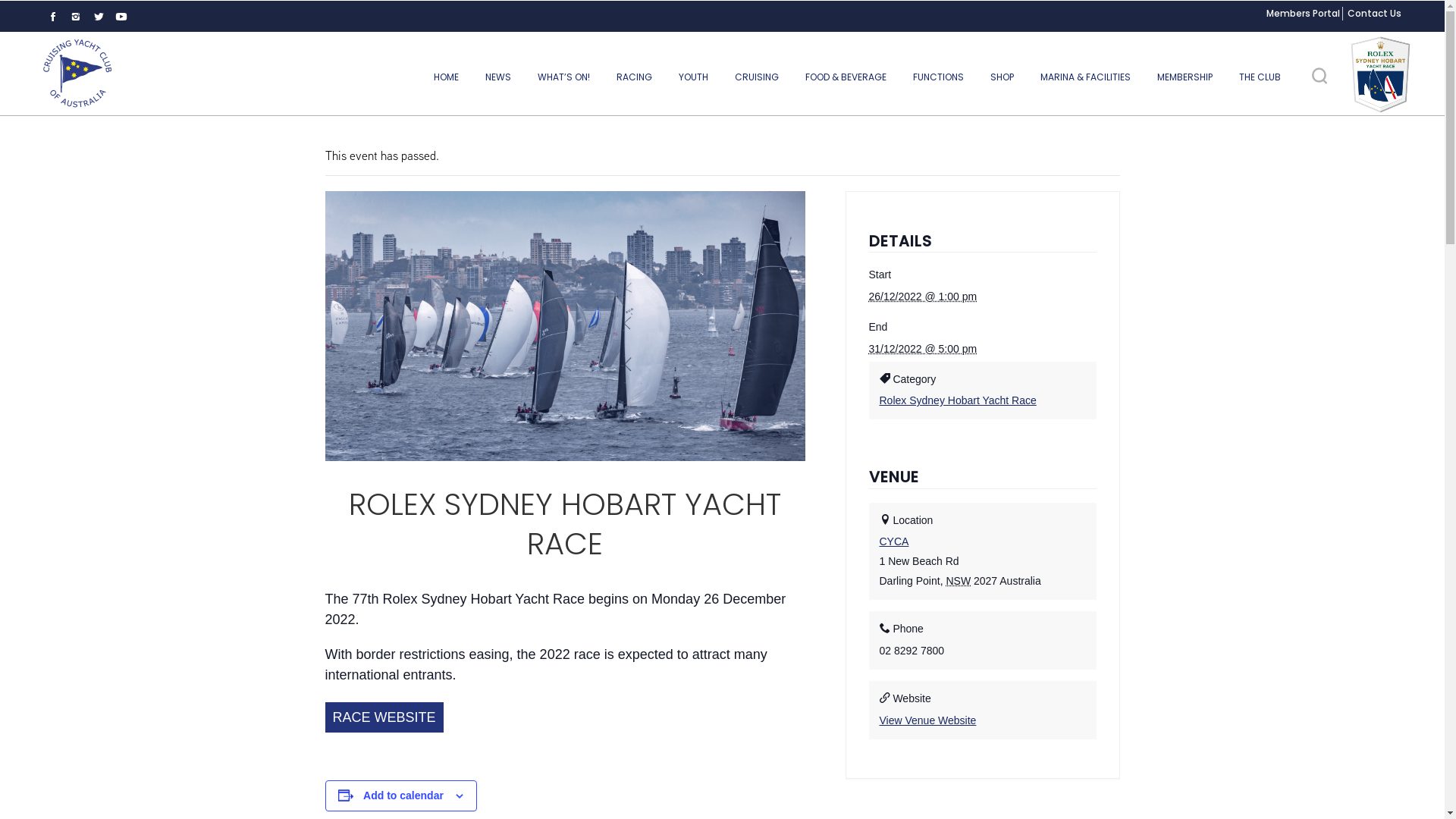 Image resolution: width=1456 pixels, height=819 pixels. What do you see at coordinates (53, 17) in the screenshot?
I see `'Visit our Facebook page'` at bounding box center [53, 17].